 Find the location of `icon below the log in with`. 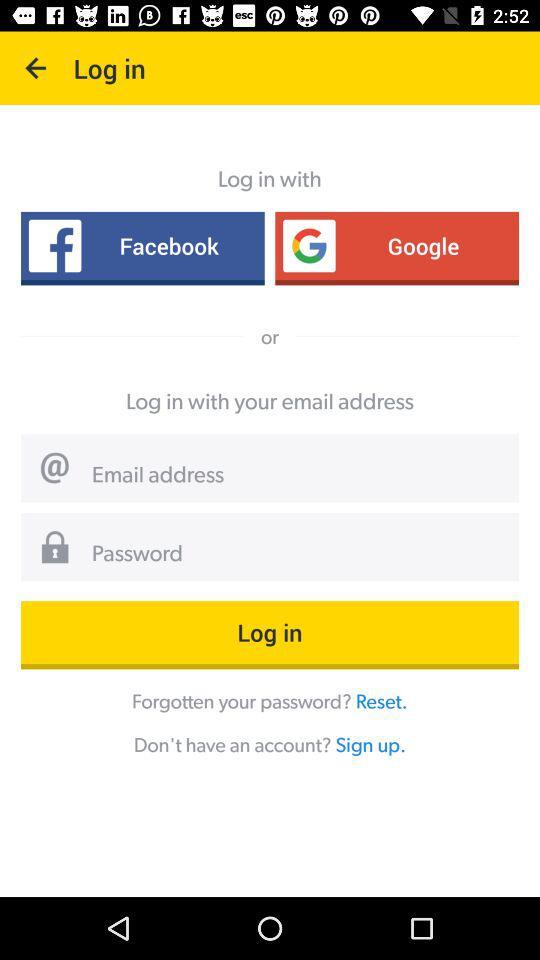

icon below the log in with is located at coordinates (141, 244).